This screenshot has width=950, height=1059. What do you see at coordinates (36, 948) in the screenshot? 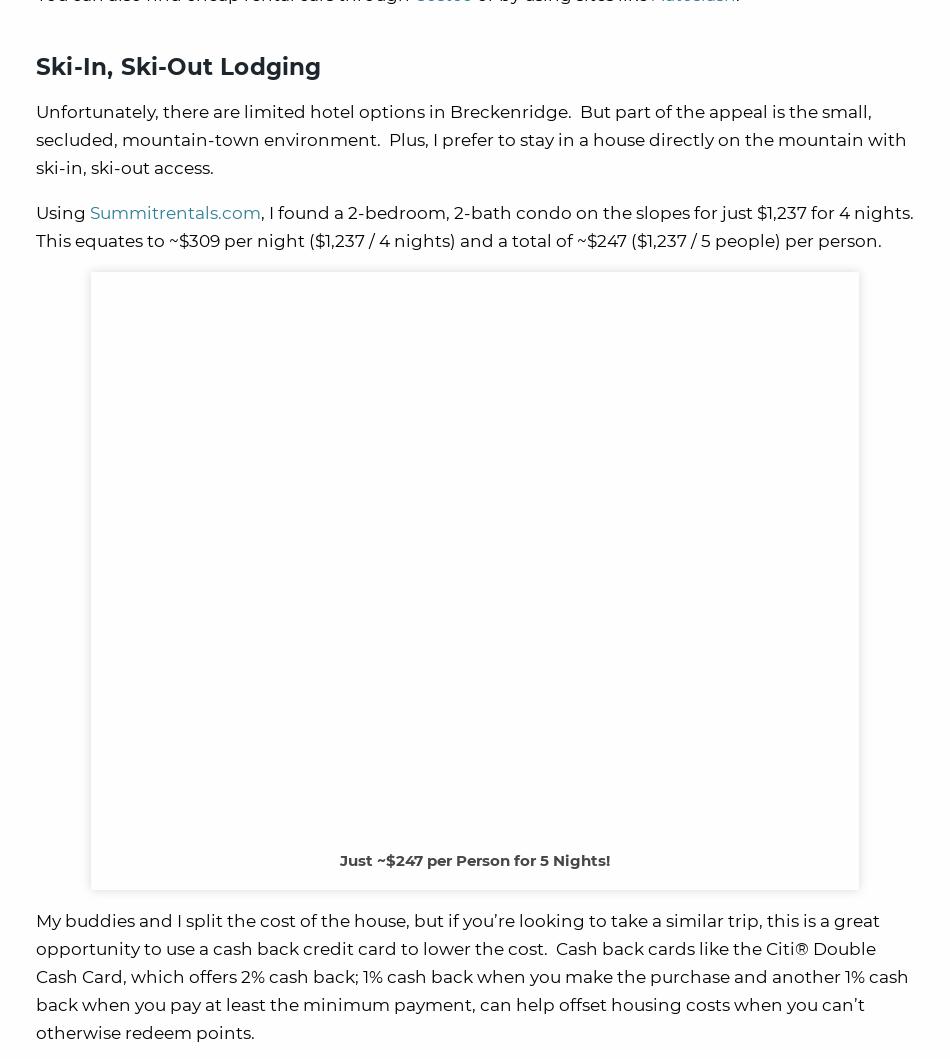
I see `'My buddies and I split the cost of the house, but if you’re looking to take a similar trip, this is a great opportunity to use a cash back credit card to lower the cost.  Cash back cards like the Citi® Double Cash Card, which offers 2% cash back; 1% cash back'` at bounding box center [36, 948].